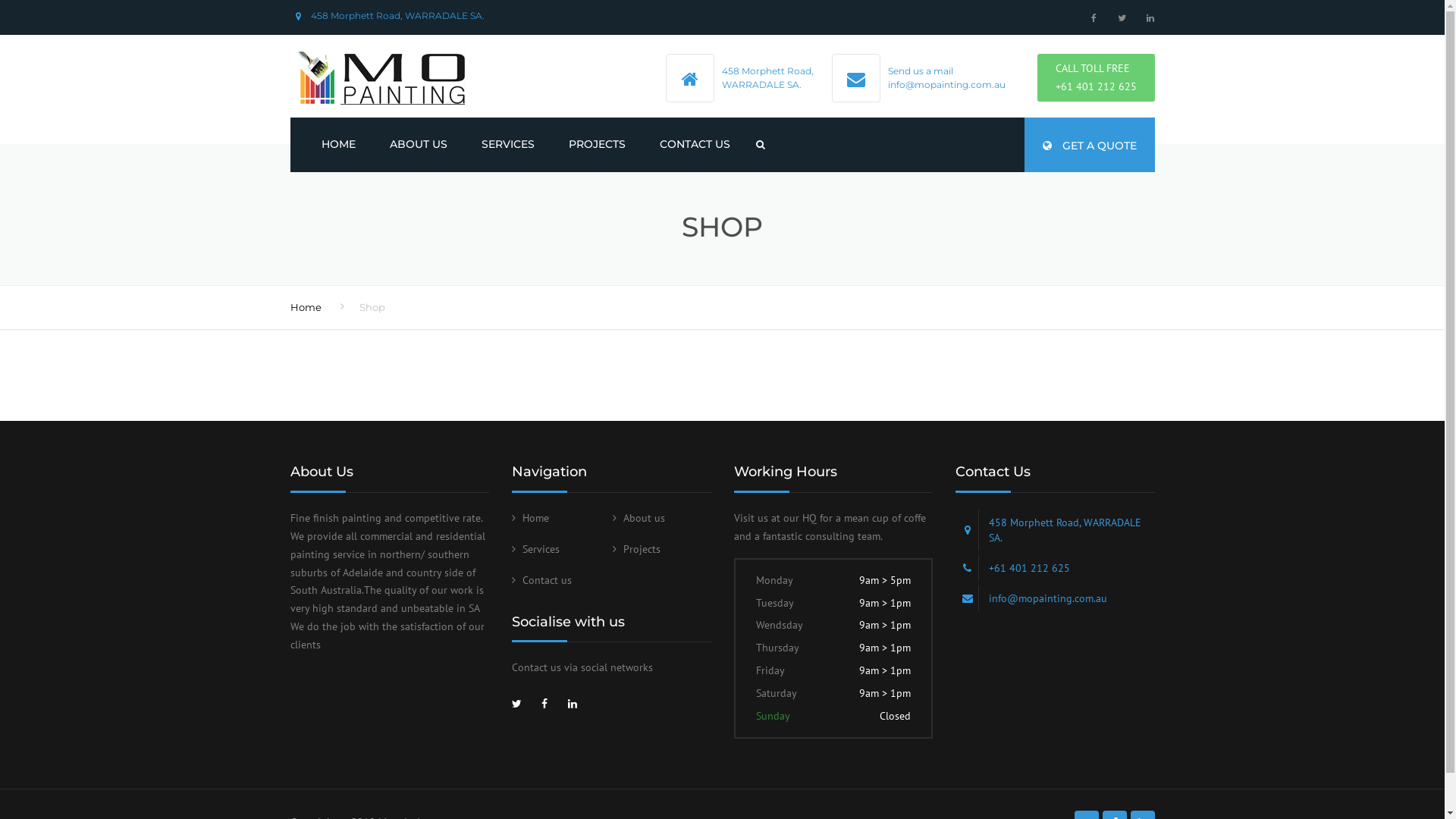  Describe the element at coordinates (541, 579) in the screenshot. I see `'Contact us'` at that location.